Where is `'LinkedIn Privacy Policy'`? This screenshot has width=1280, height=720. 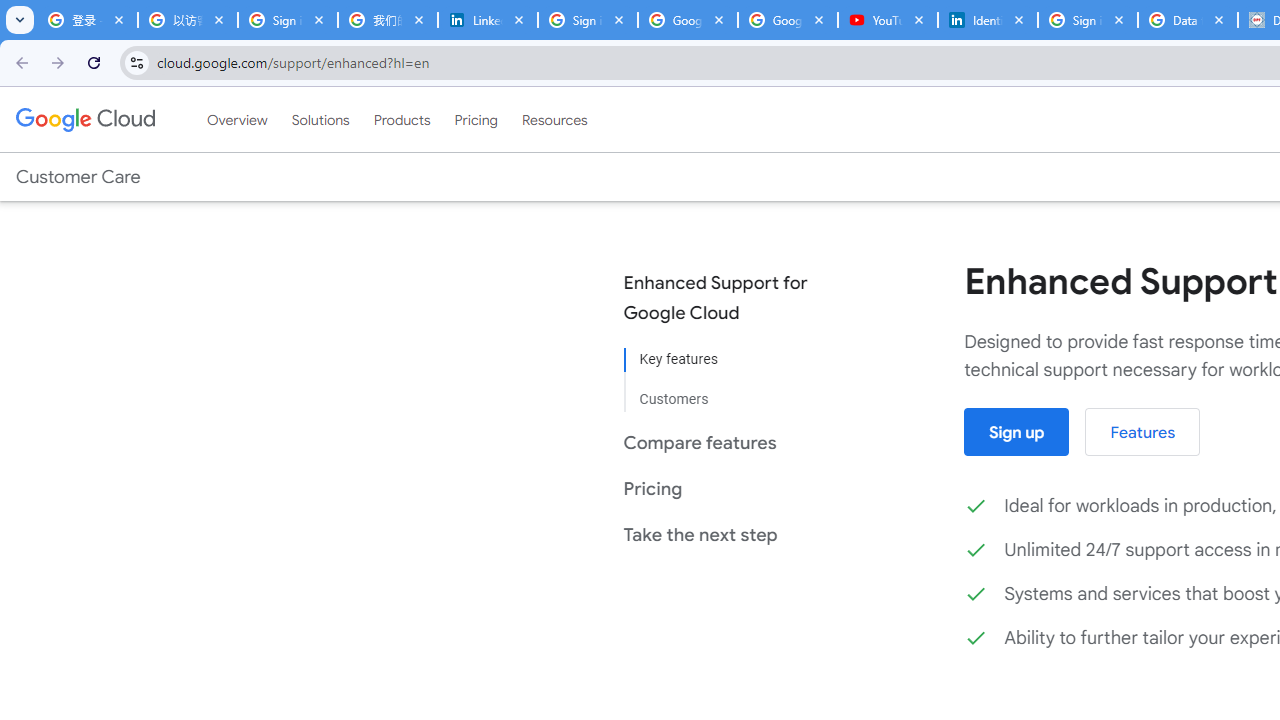 'LinkedIn Privacy Policy' is located at coordinates (487, 20).